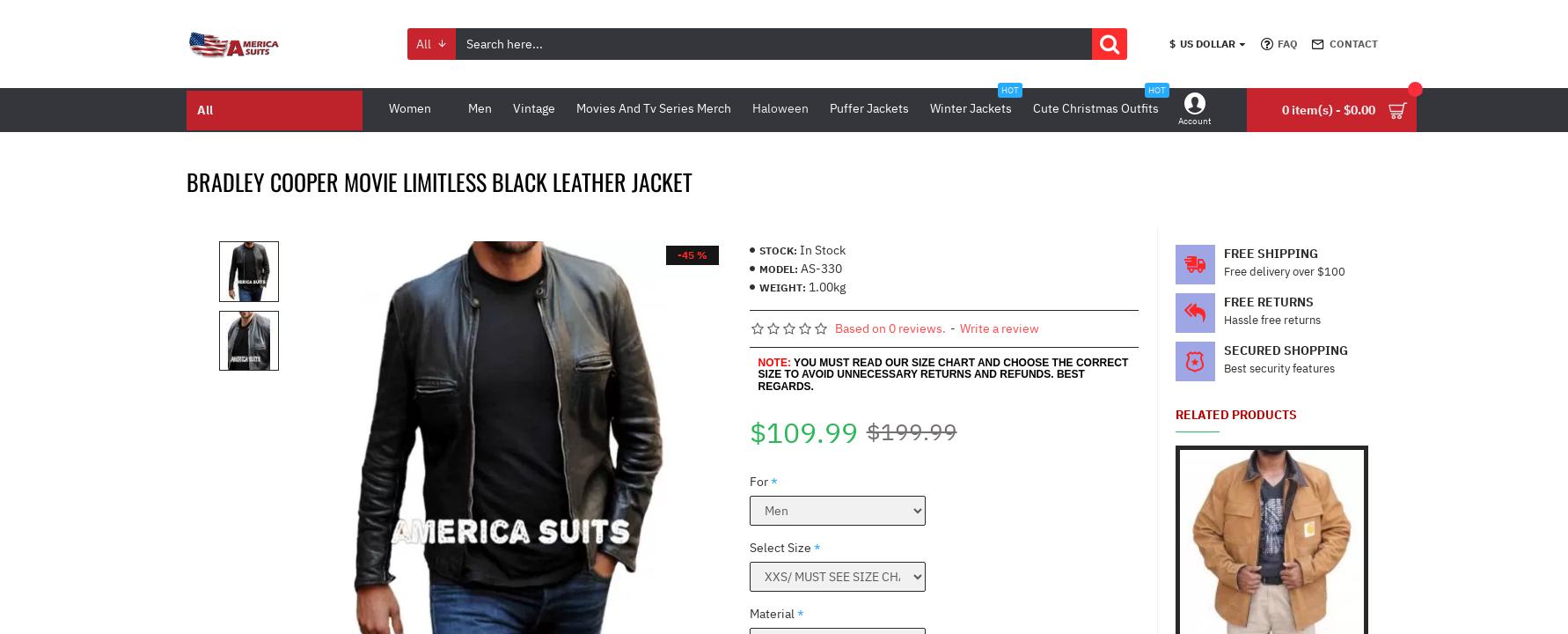  I want to click on '$199.99', so click(910, 431).